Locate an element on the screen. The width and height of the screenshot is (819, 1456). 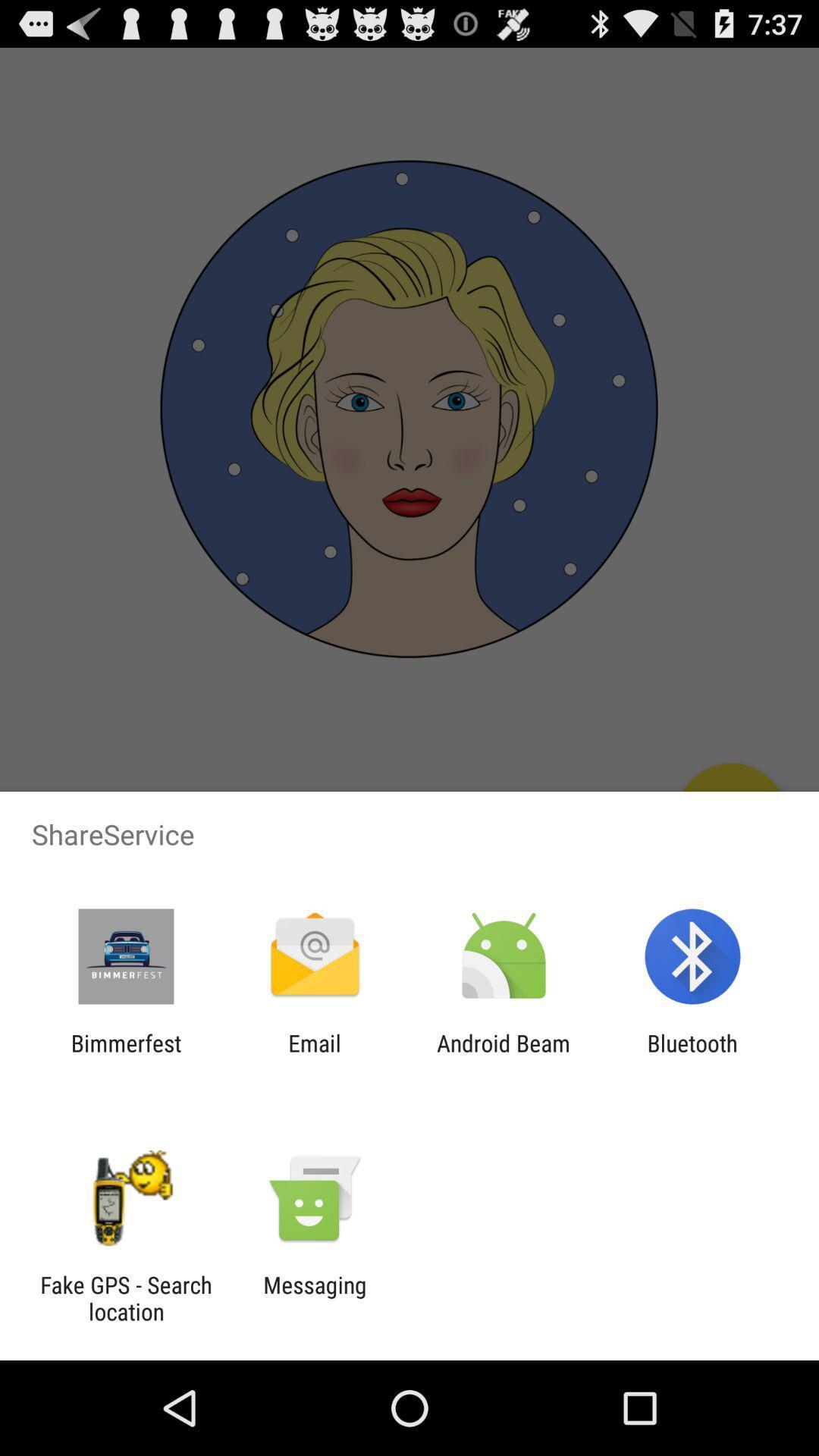
the icon next to the bimmerfest icon is located at coordinates (314, 1056).